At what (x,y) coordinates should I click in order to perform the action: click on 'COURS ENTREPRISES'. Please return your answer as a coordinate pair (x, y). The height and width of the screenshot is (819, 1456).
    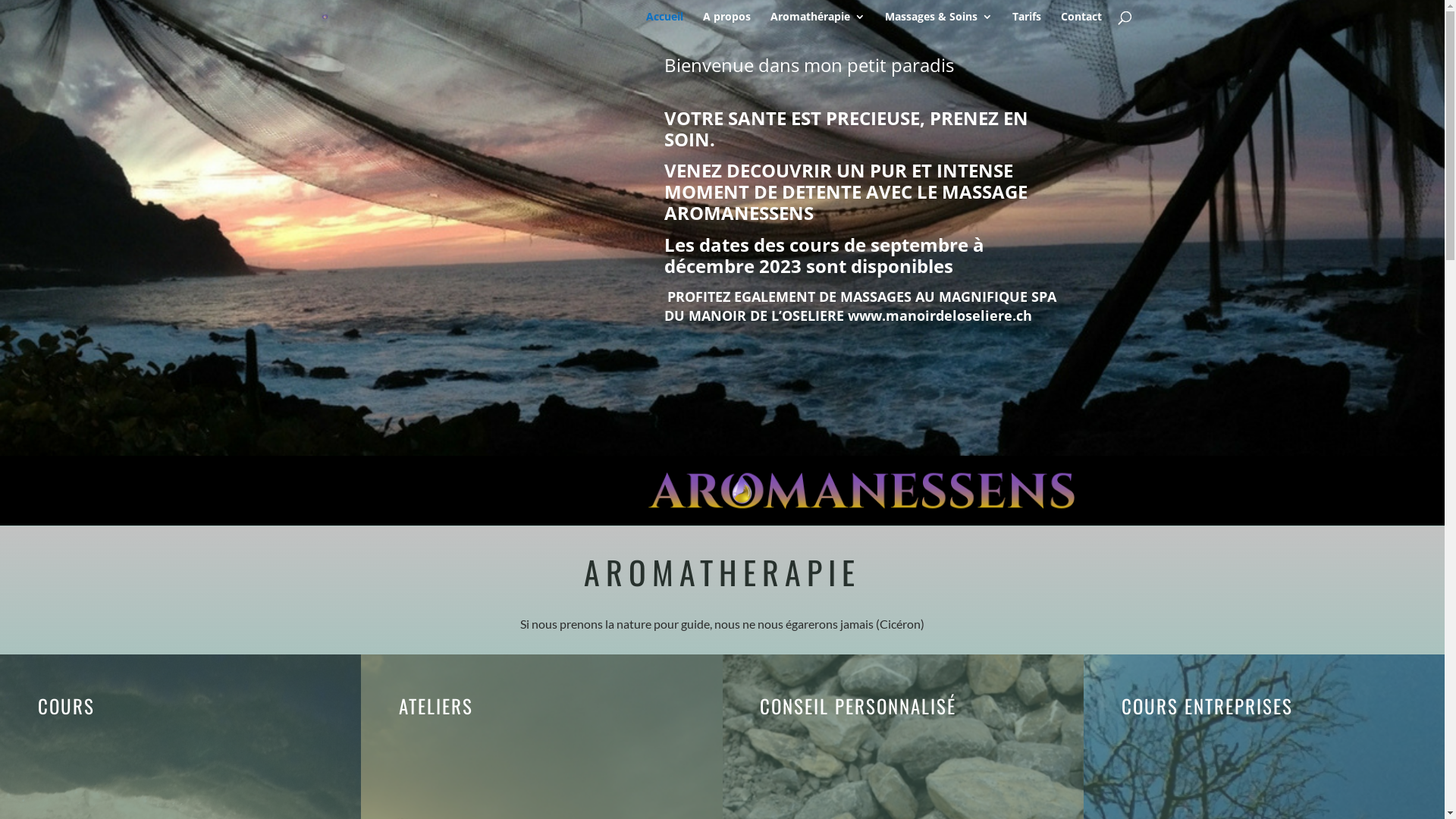
    Looking at the image, I should click on (1207, 705).